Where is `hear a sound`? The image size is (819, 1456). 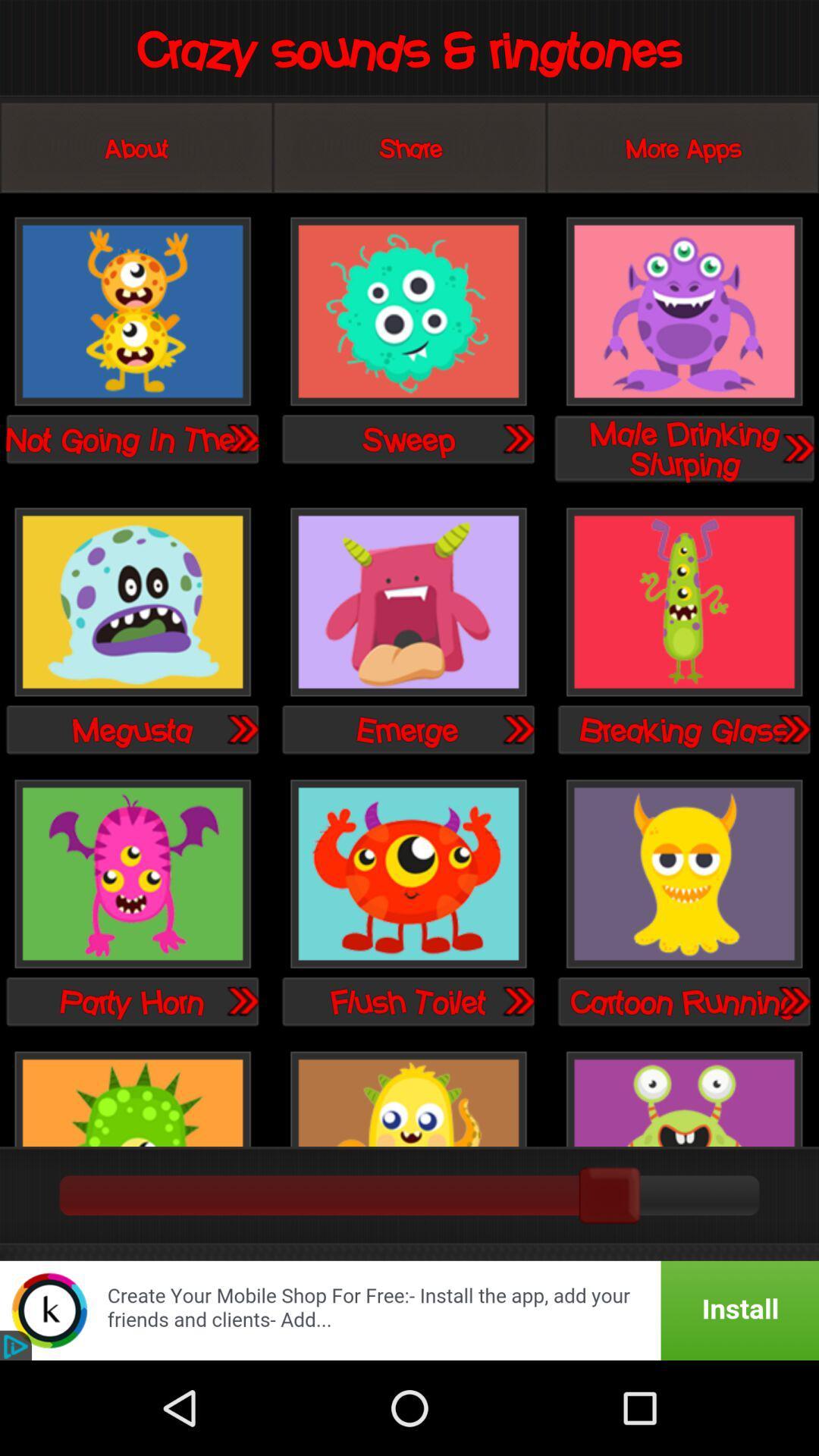
hear a sound is located at coordinates (132, 312).